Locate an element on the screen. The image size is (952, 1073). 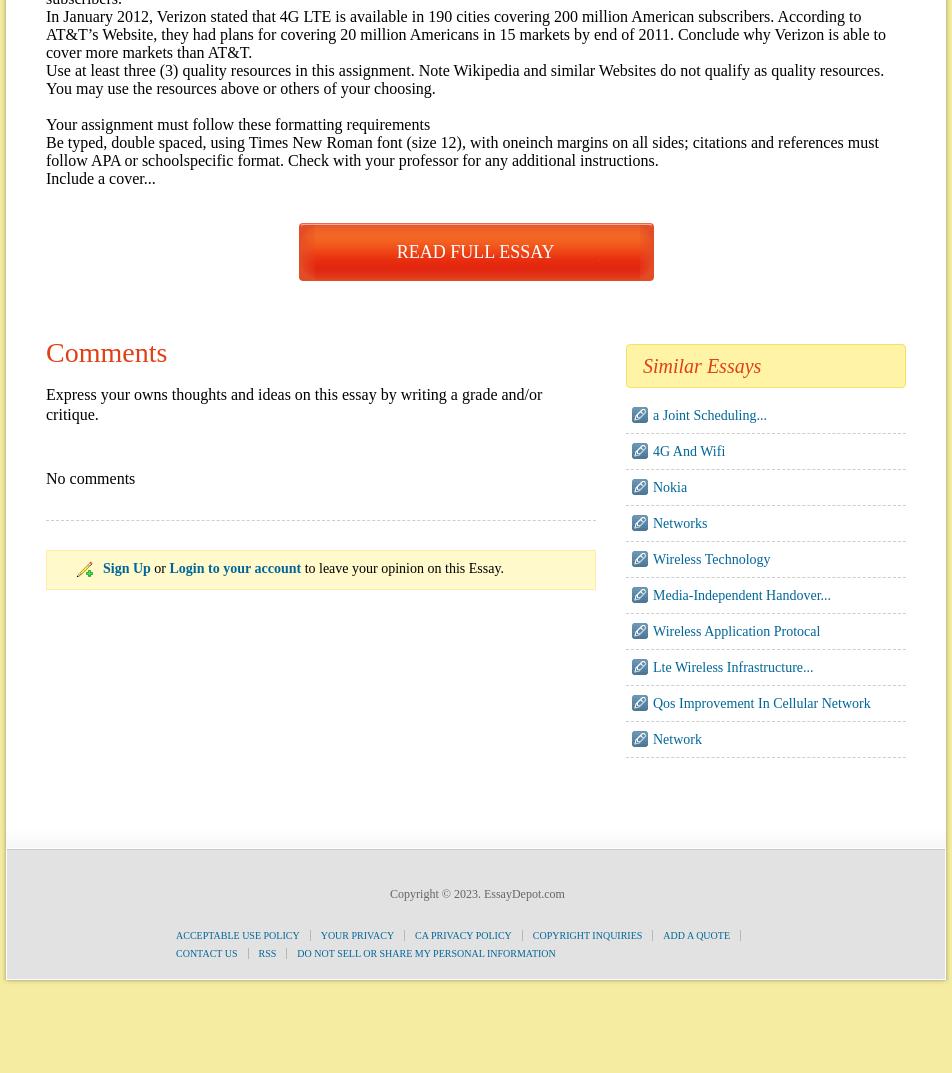
'RSS' is located at coordinates (257, 953).